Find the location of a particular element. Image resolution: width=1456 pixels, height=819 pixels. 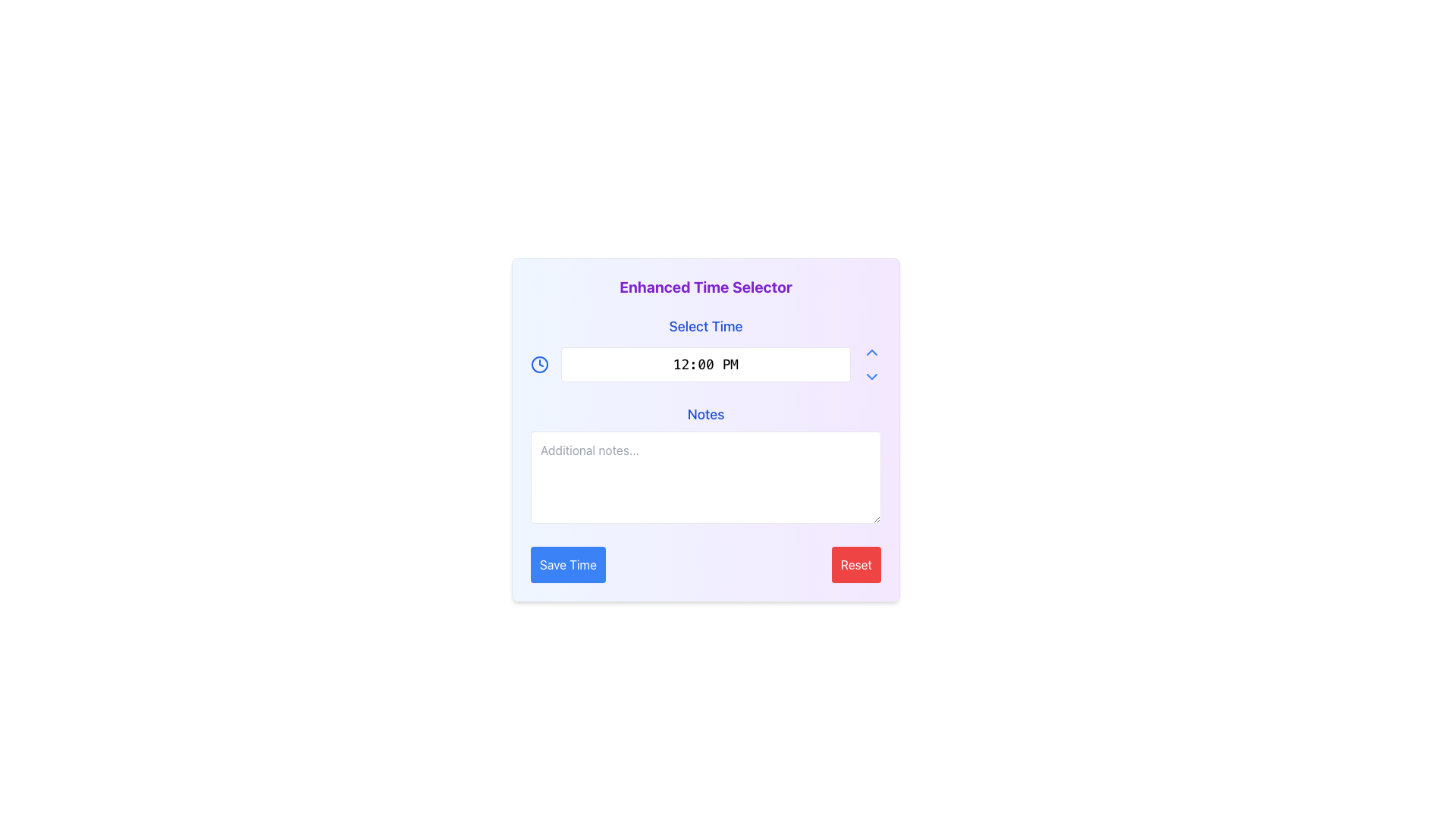

the 'Save' button located in the bottom-left corner of the form panel is located at coordinates (567, 564).